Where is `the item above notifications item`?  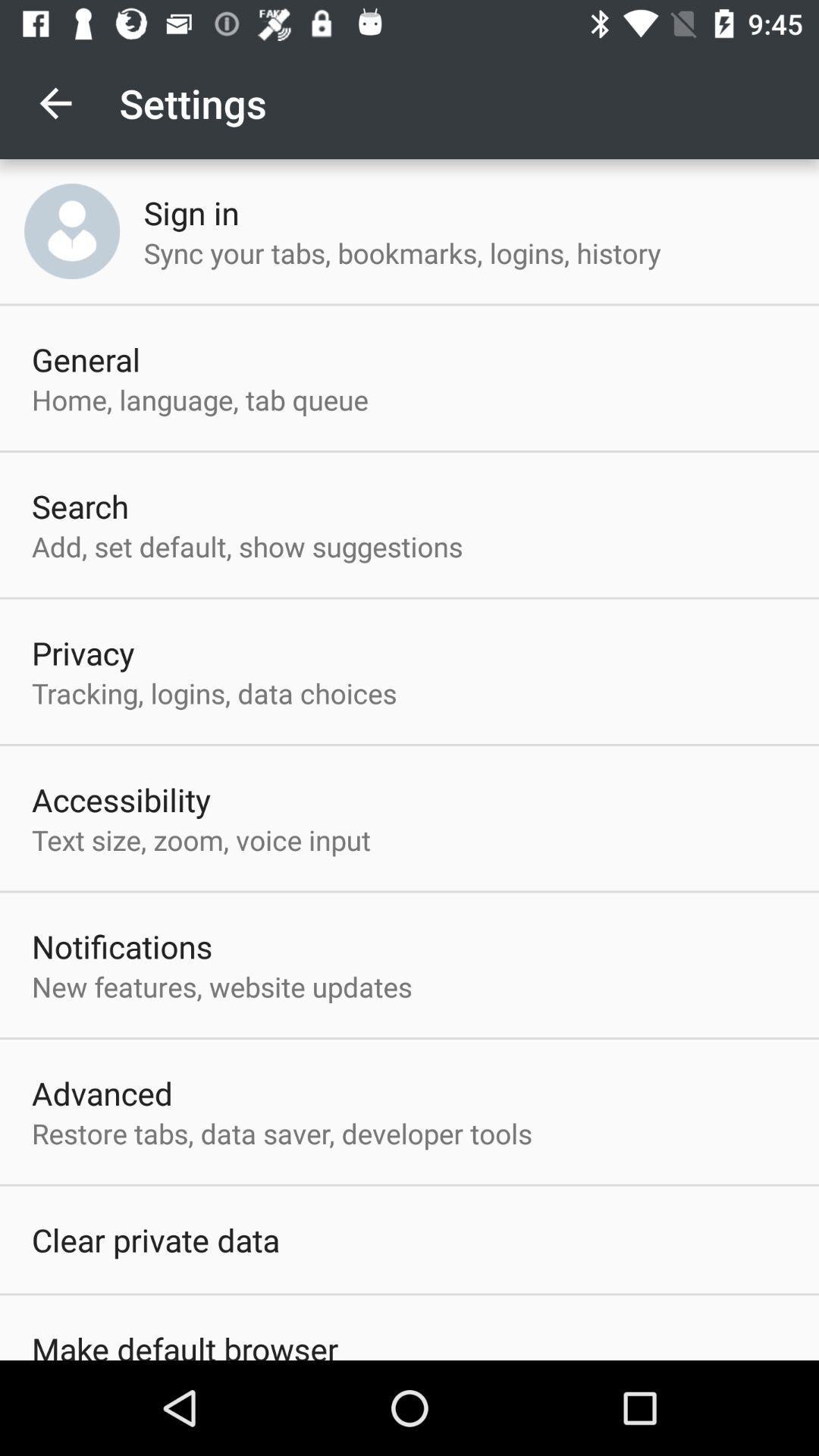
the item above notifications item is located at coordinates (200, 839).